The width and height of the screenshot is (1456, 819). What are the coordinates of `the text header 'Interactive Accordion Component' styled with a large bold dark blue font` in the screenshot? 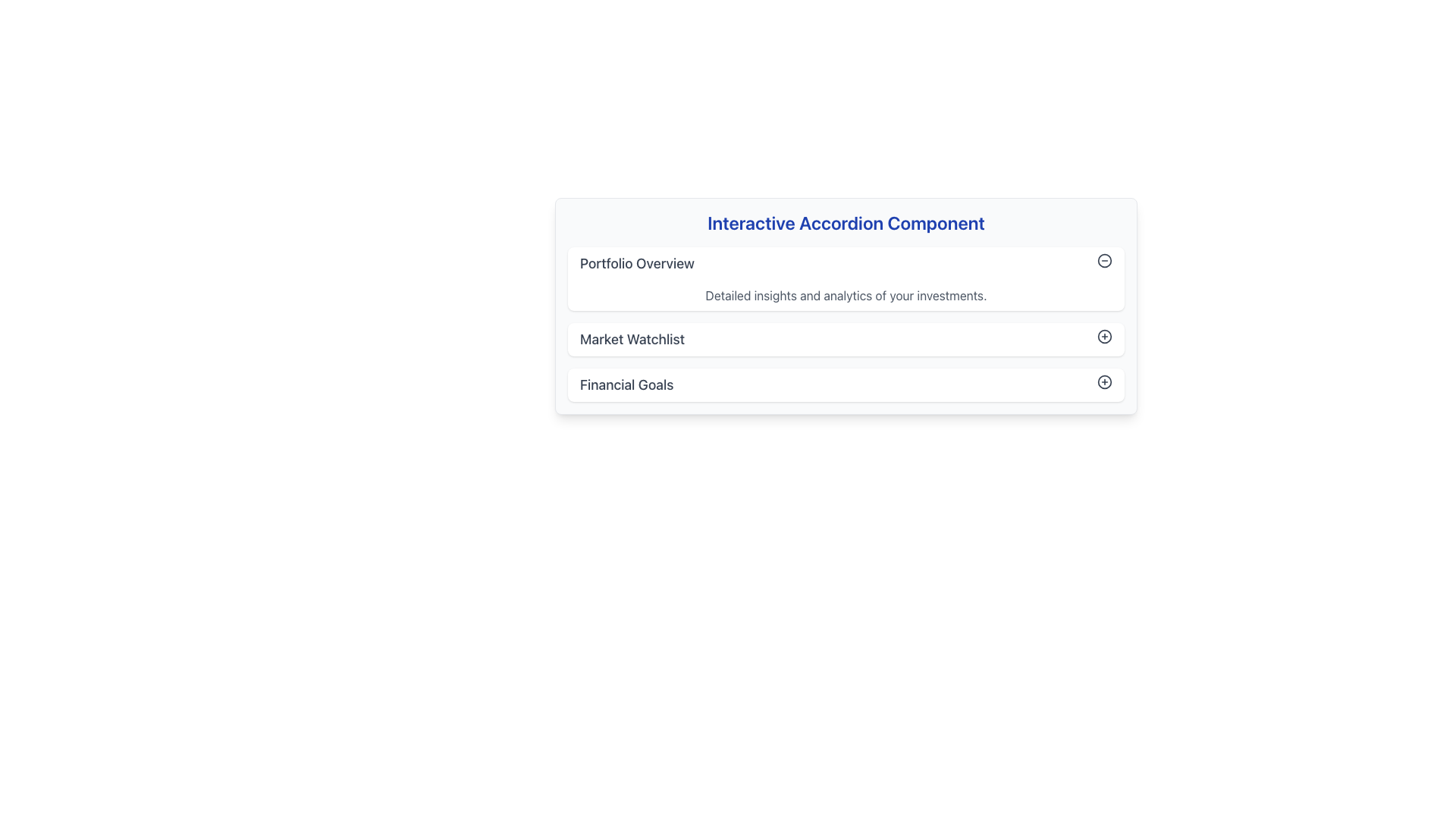 It's located at (846, 222).